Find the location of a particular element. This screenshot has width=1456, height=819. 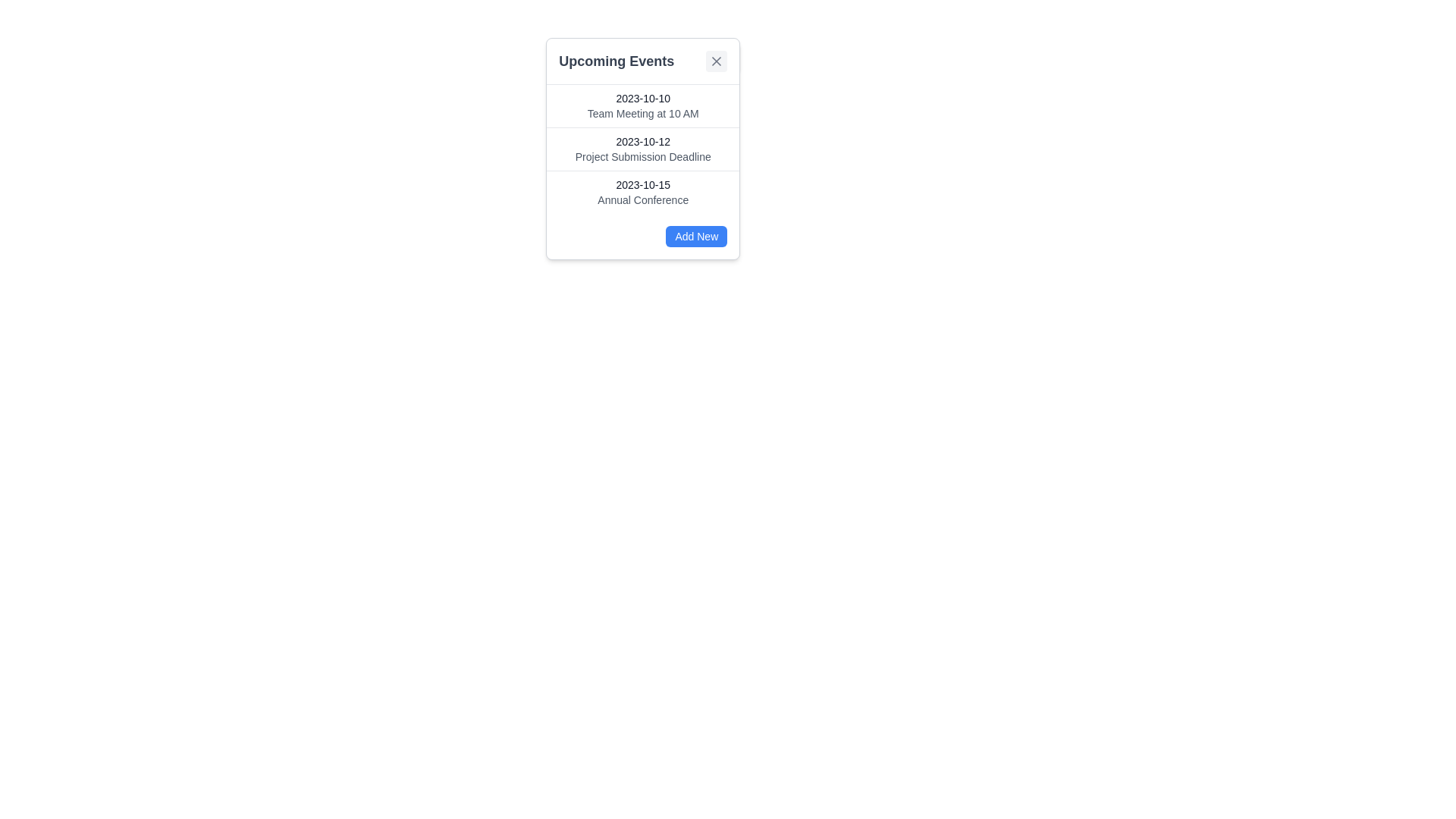

the 'X' icon located in the top-right corner of the 'Upcoming Events' card, which is represented by two intersecting lines in a neutral color is located at coordinates (716, 61).